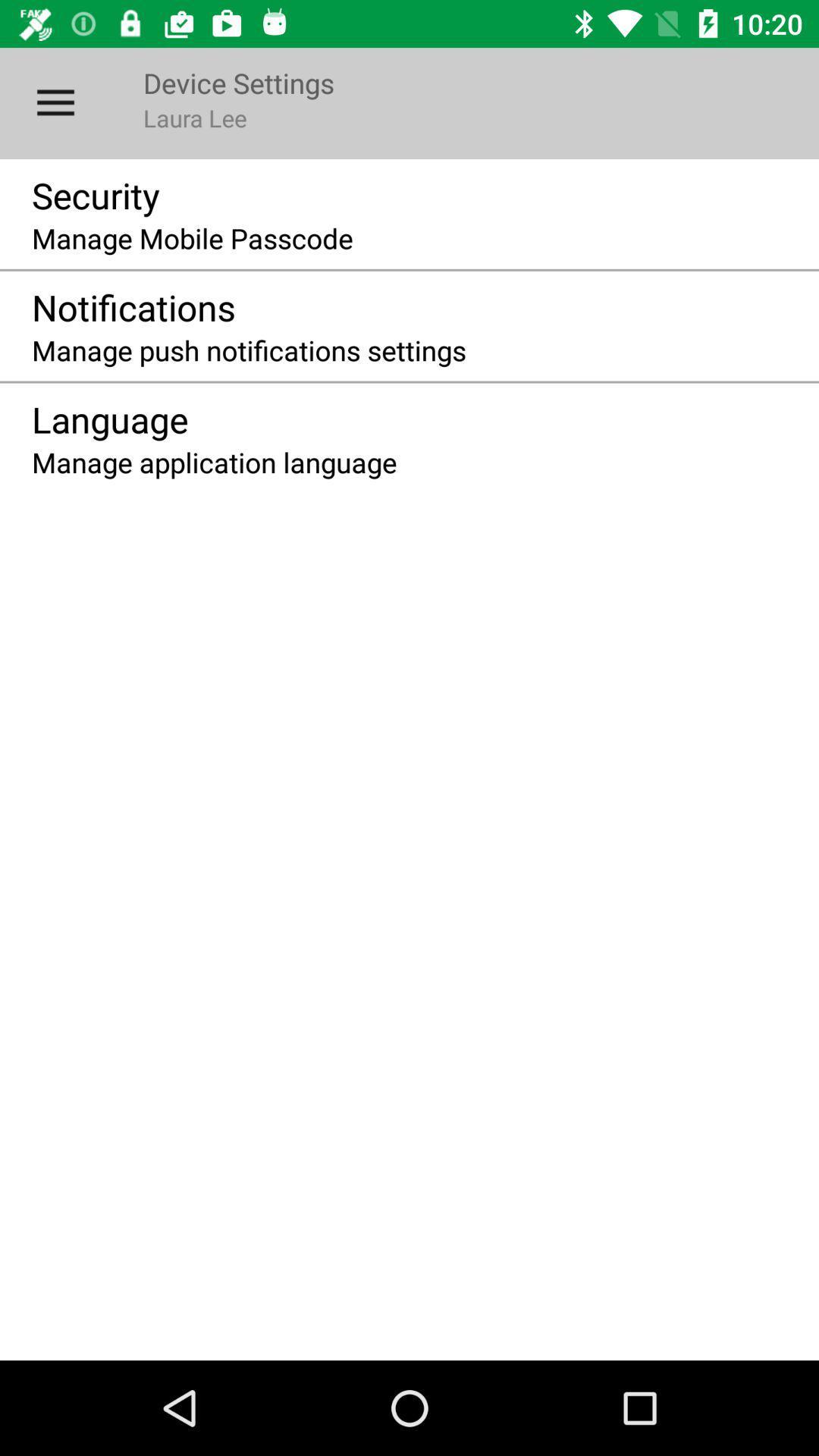  Describe the element at coordinates (55, 102) in the screenshot. I see `the icon next to device settings icon` at that location.